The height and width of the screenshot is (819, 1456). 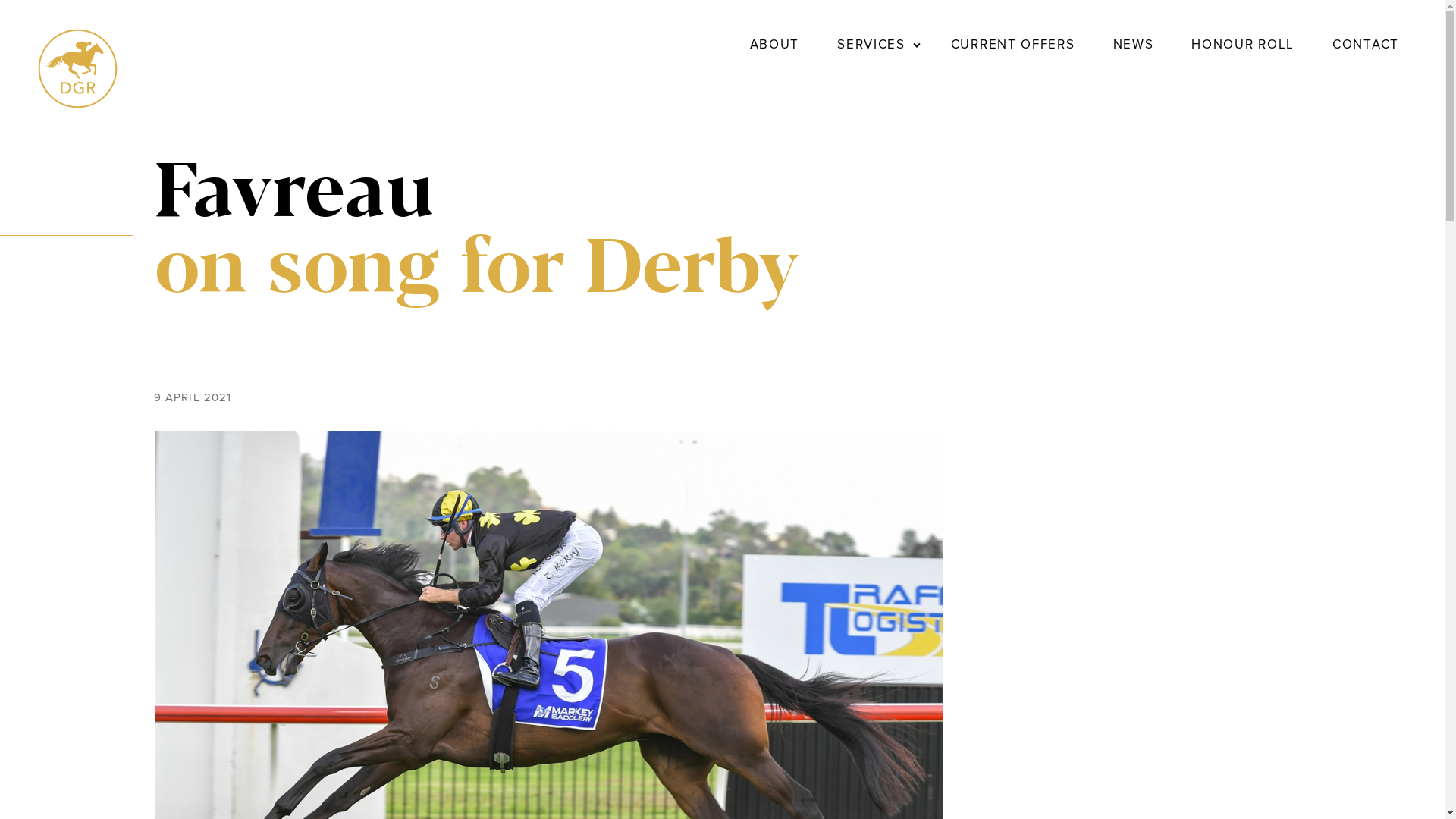 I want to click on 'HONOUR ROLL', so click(x=1182, y=43).